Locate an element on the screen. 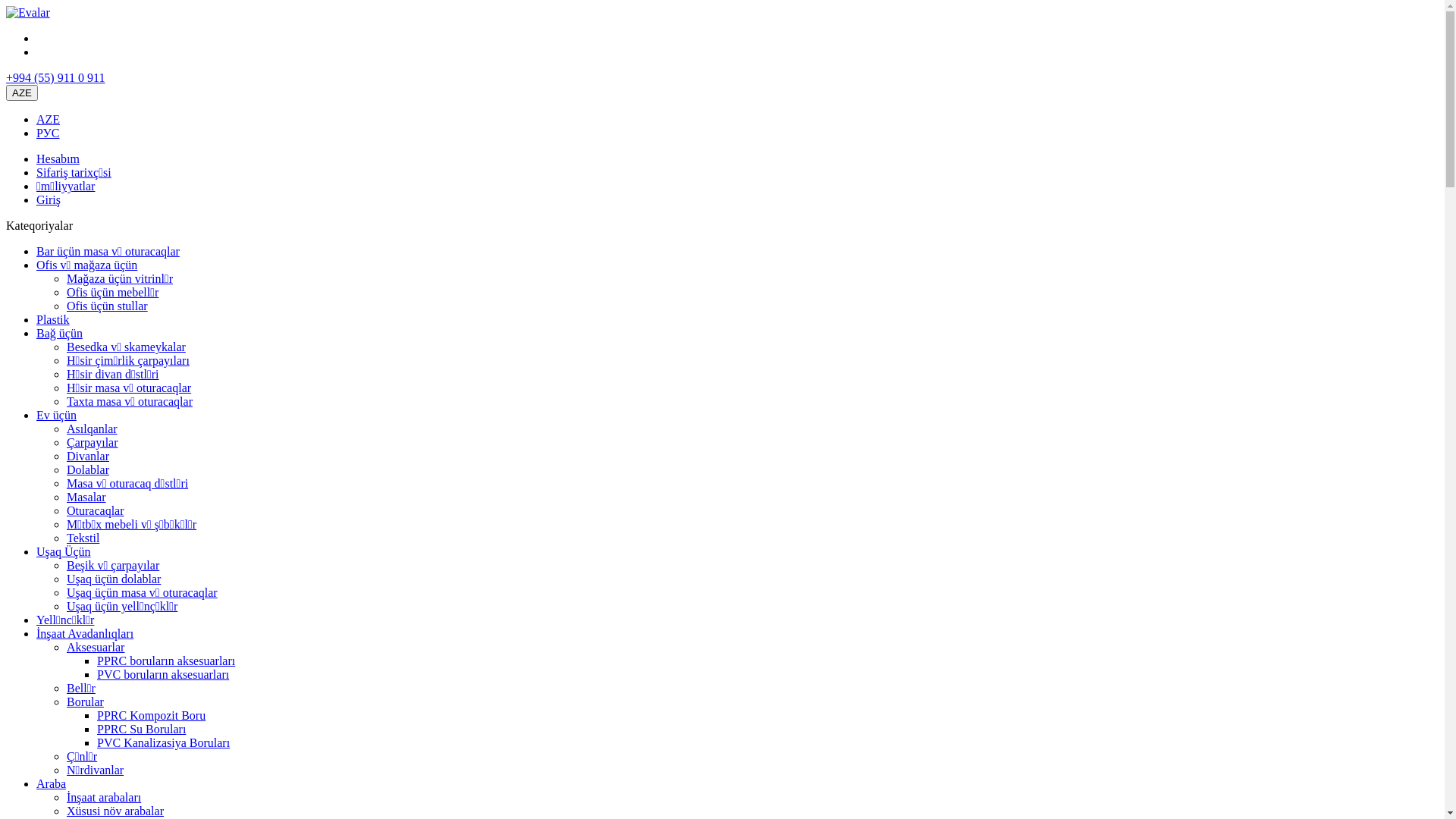 Image resolution: width=1456 pixels, height=819 pixels. 'Evalar' is located at coordinates (28, 12).